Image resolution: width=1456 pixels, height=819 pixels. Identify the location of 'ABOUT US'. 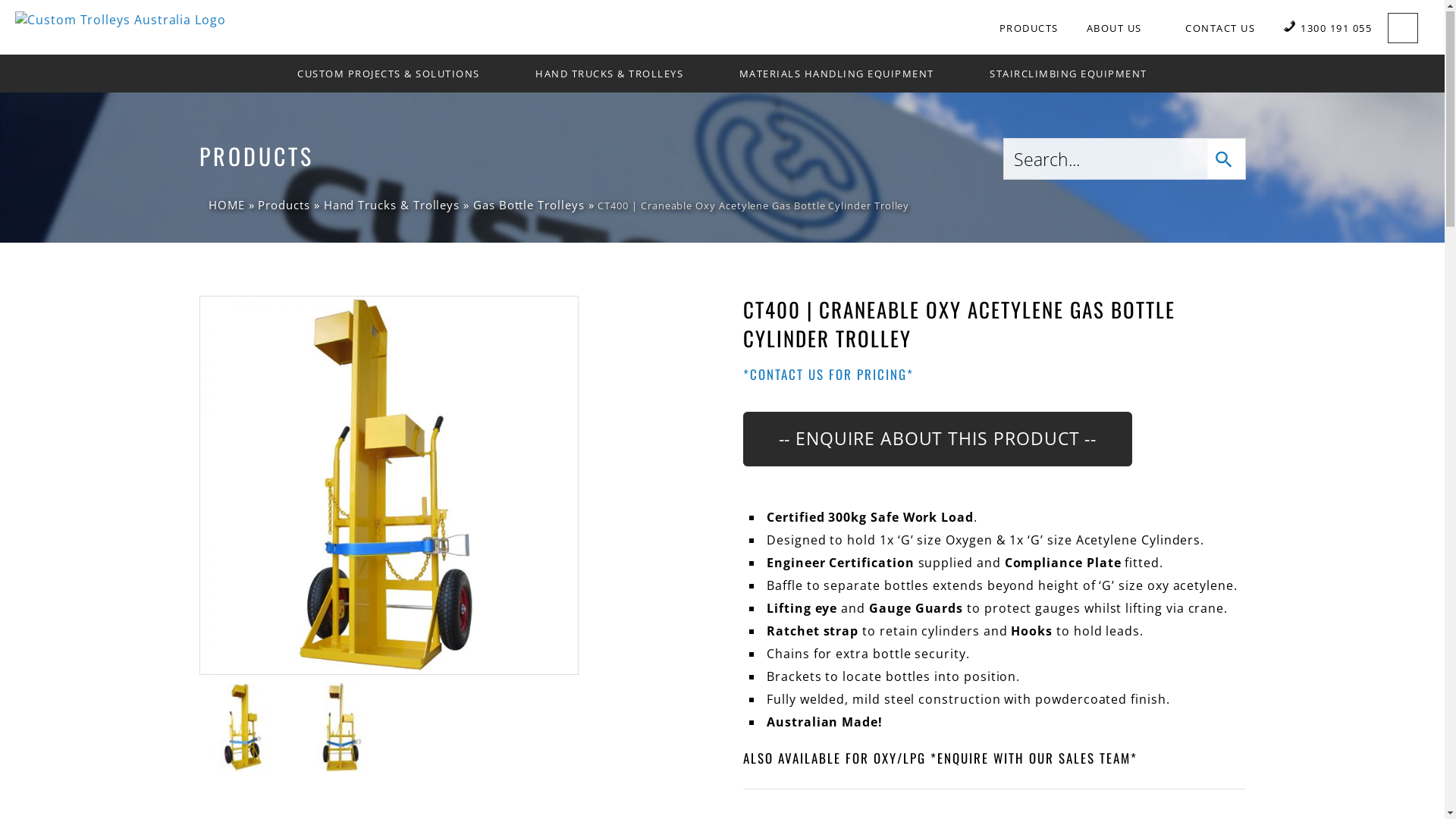
(1122, 30).